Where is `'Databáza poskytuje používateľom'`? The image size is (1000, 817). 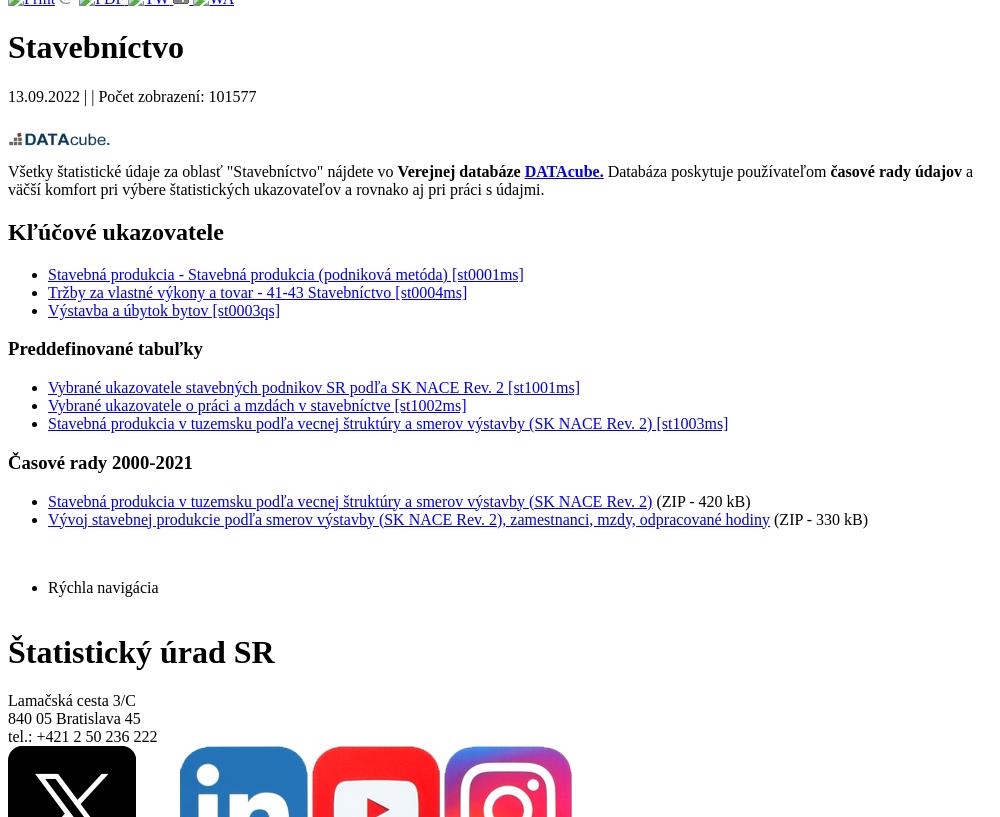
'Databáza poskytuje používateľom' is located at coordinates (602, 169).